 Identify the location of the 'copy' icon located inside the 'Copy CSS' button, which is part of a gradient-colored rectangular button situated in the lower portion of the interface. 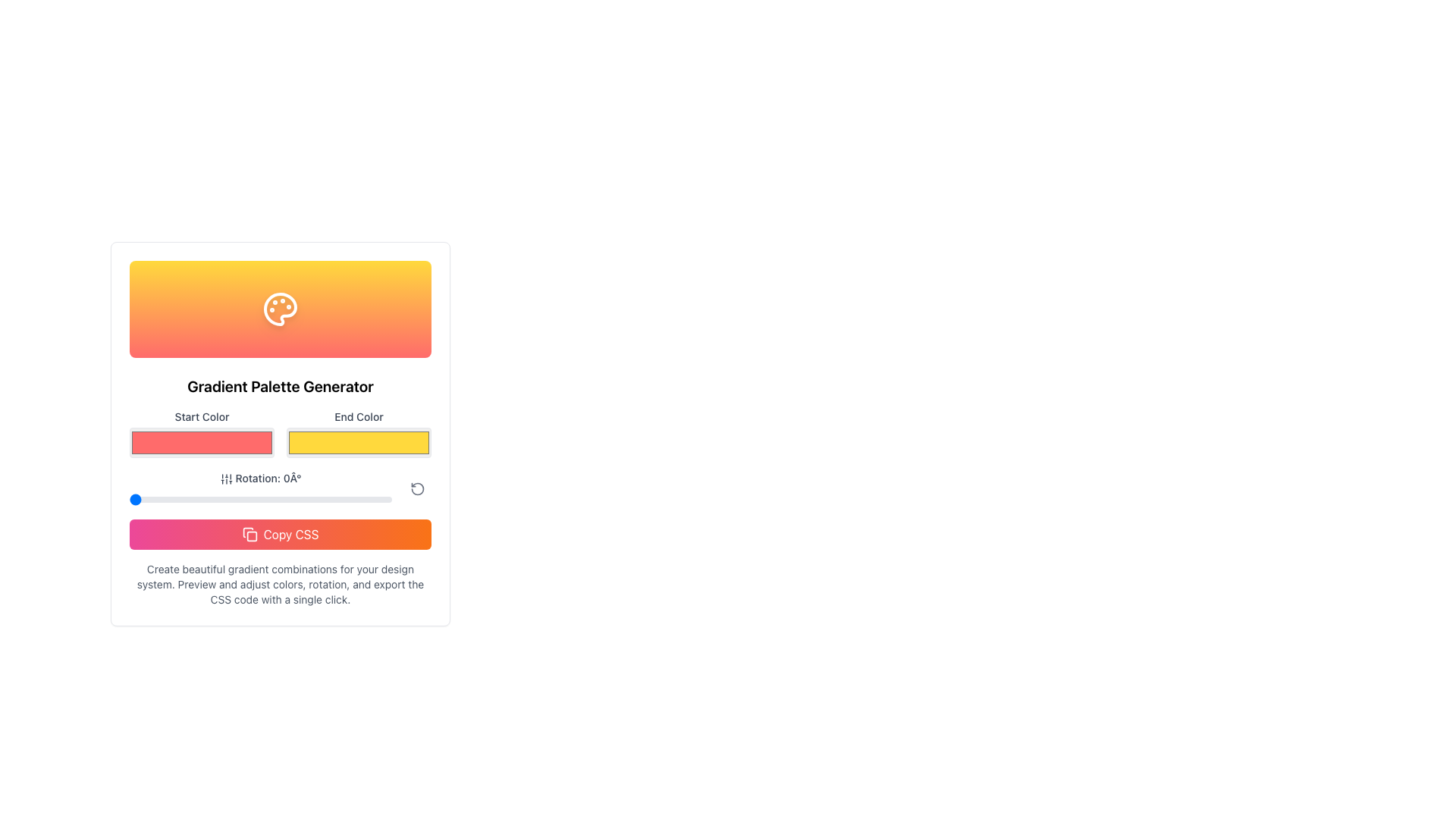
(249, 534).